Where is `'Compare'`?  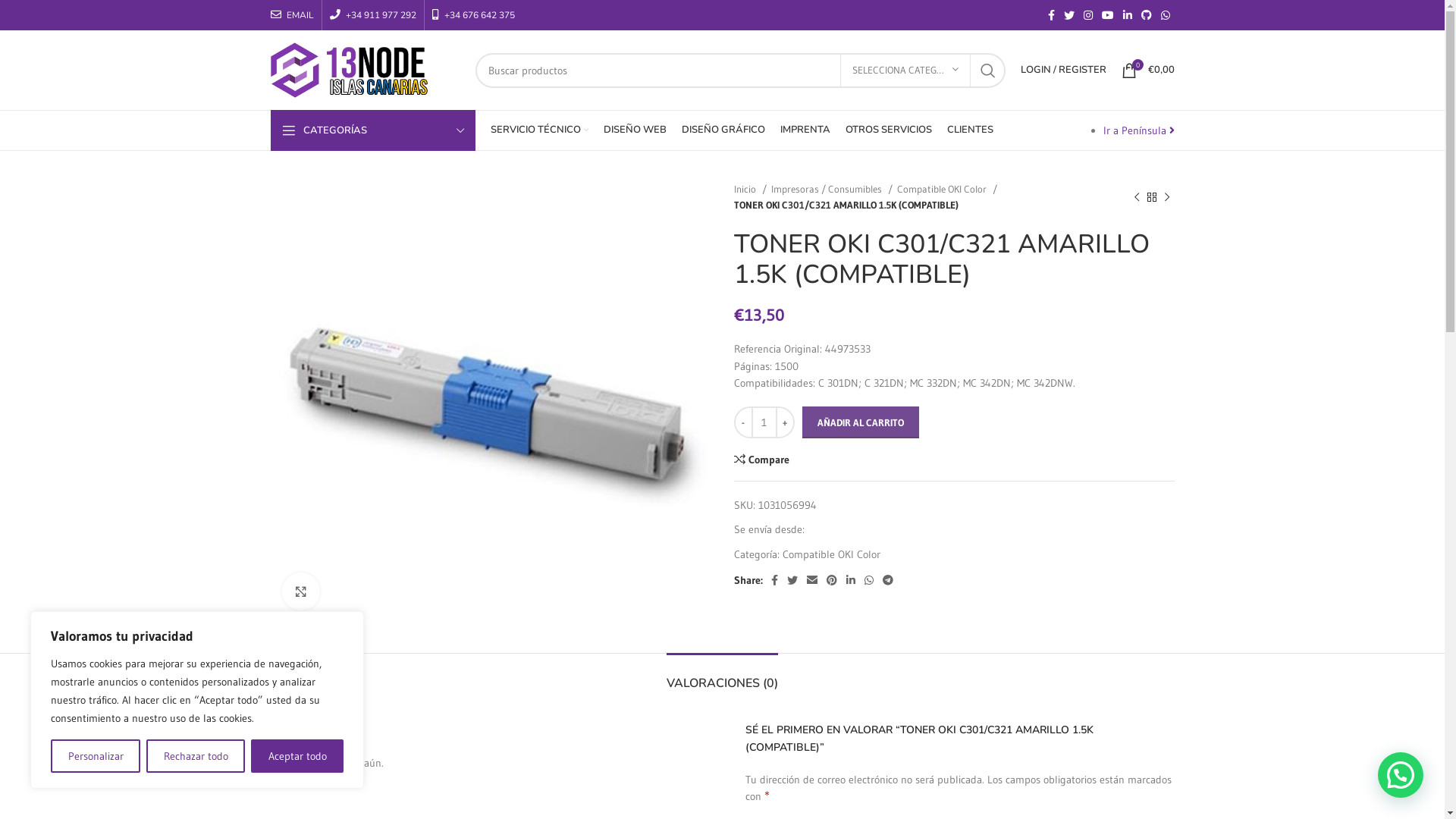 'Compare' is located at coordinates (761, 458).